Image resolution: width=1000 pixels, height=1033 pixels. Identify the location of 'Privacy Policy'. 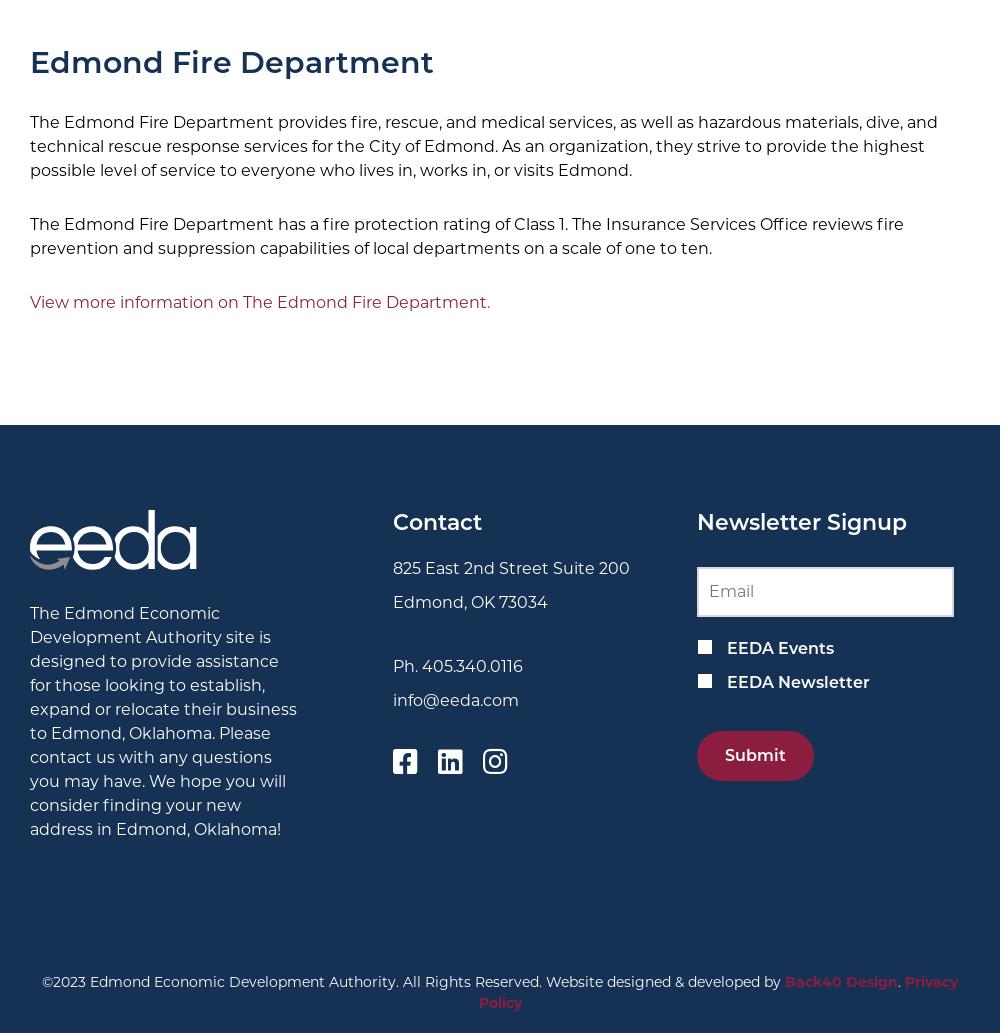
(477, 991).